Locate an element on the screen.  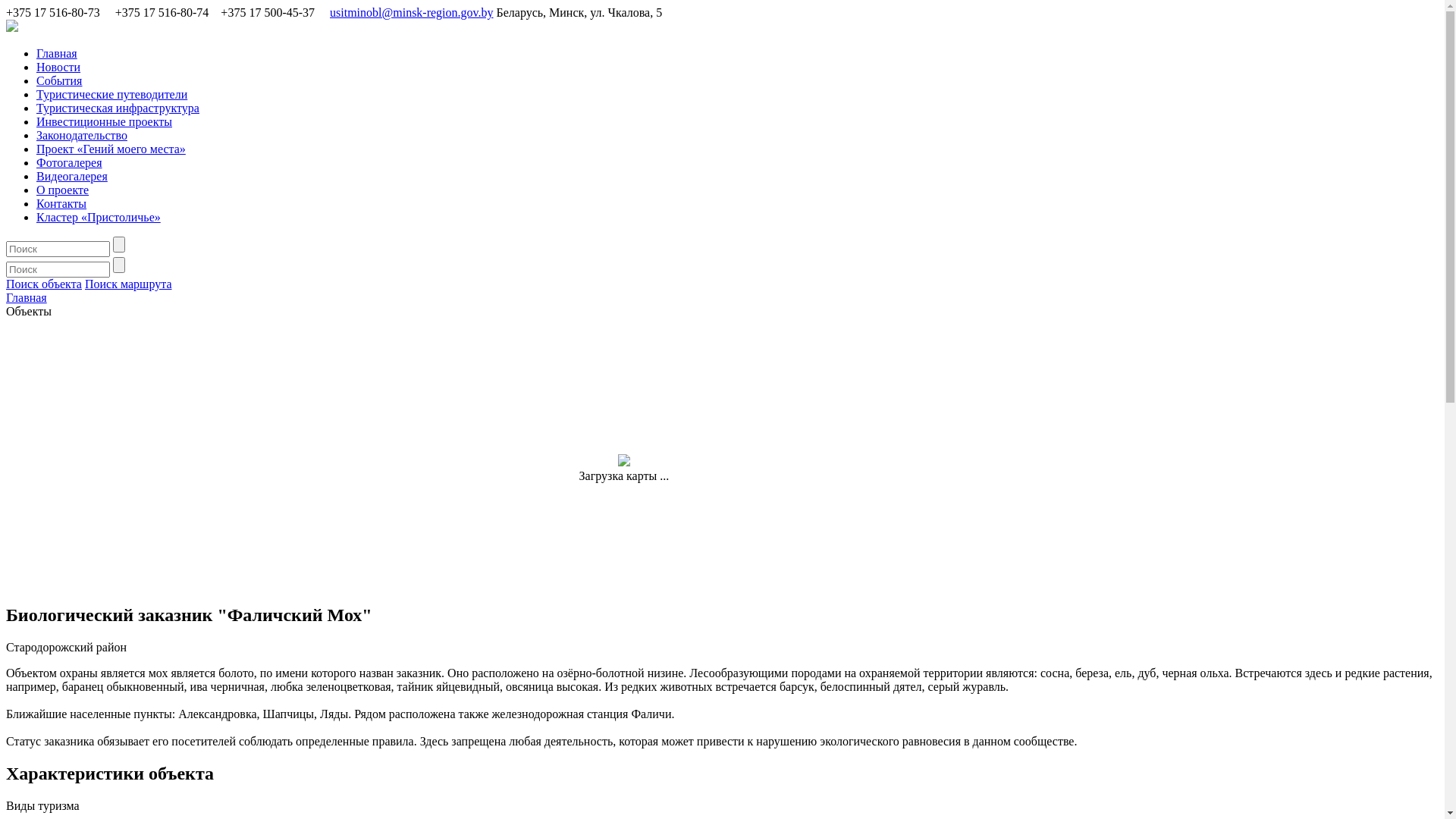
'usitminobl@minsk-region.gov.by' is located at coordinates (329, 12).